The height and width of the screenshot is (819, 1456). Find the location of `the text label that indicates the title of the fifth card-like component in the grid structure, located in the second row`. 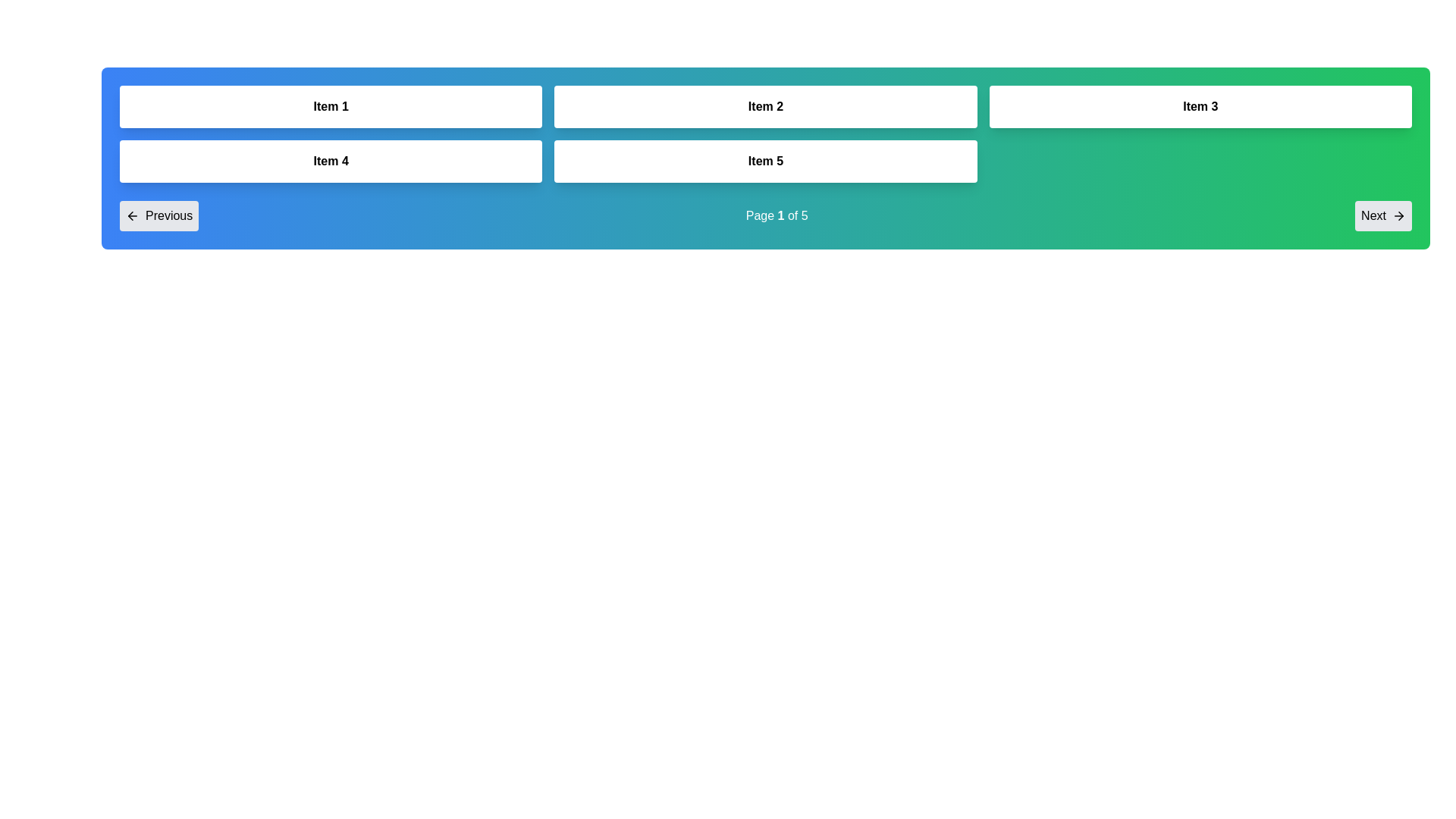

the text label that indicates the title of the fifth card-like component in the grid structure, located in the second row is located at coordinates (765, 161).